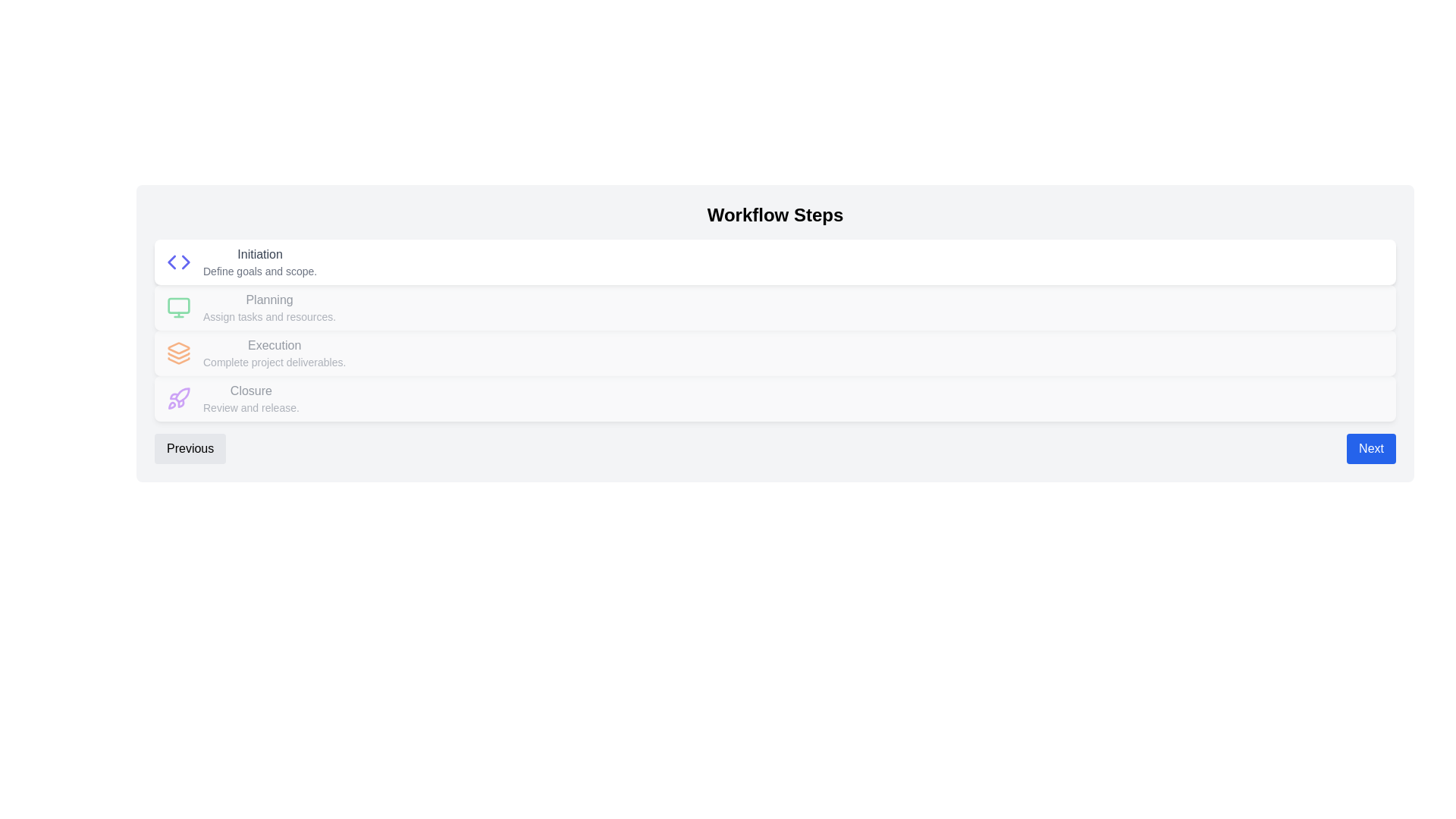  I want to click on the green monitor icon located in the second row adjacent to the text 'Planning', so click(178, 307).